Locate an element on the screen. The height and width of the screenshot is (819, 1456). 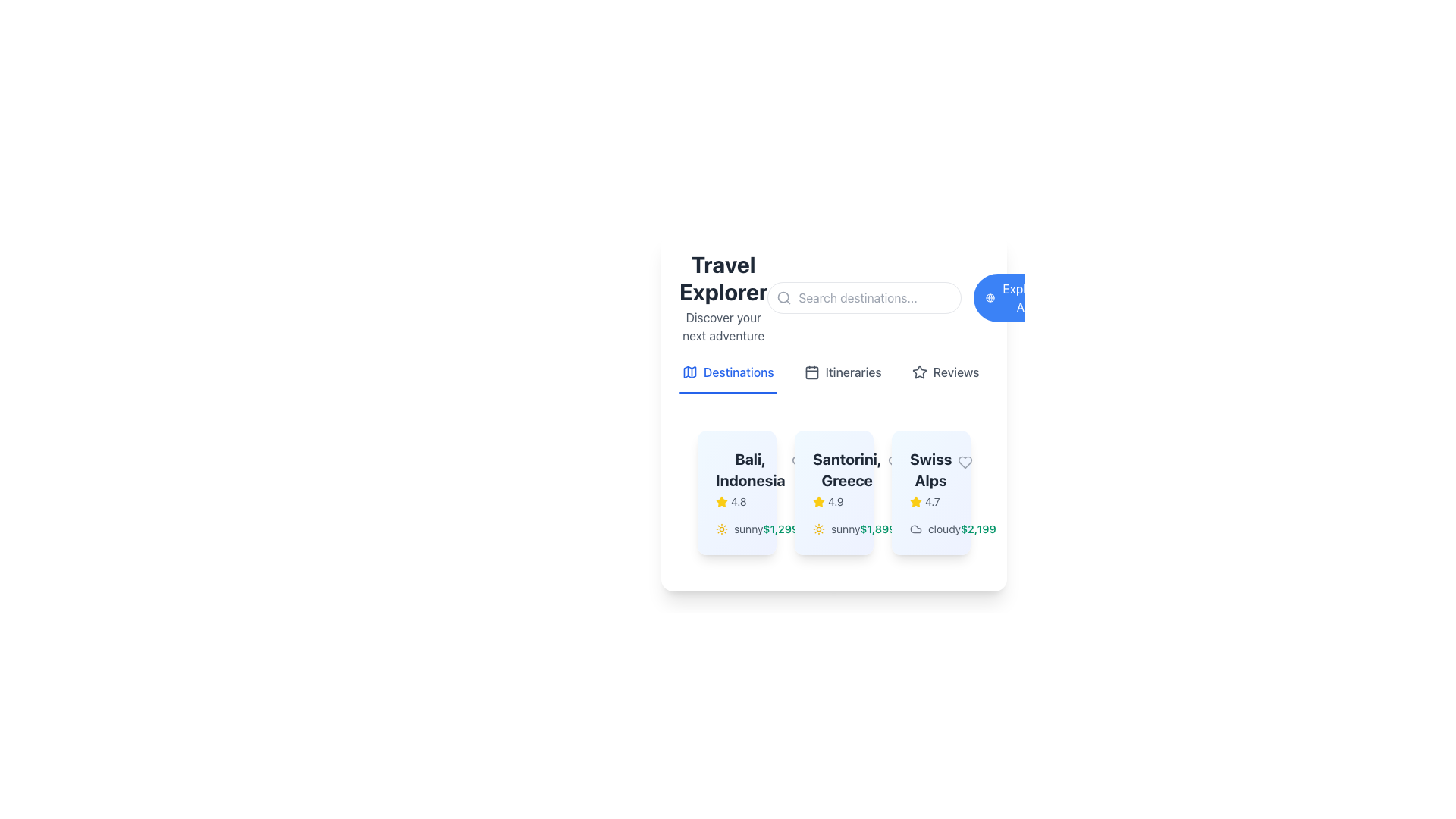
the small blue globe icon located on the left side of the 'Explore All' button, which is positioned at the top-right corner of the interface is located at coordinates (990, 298).